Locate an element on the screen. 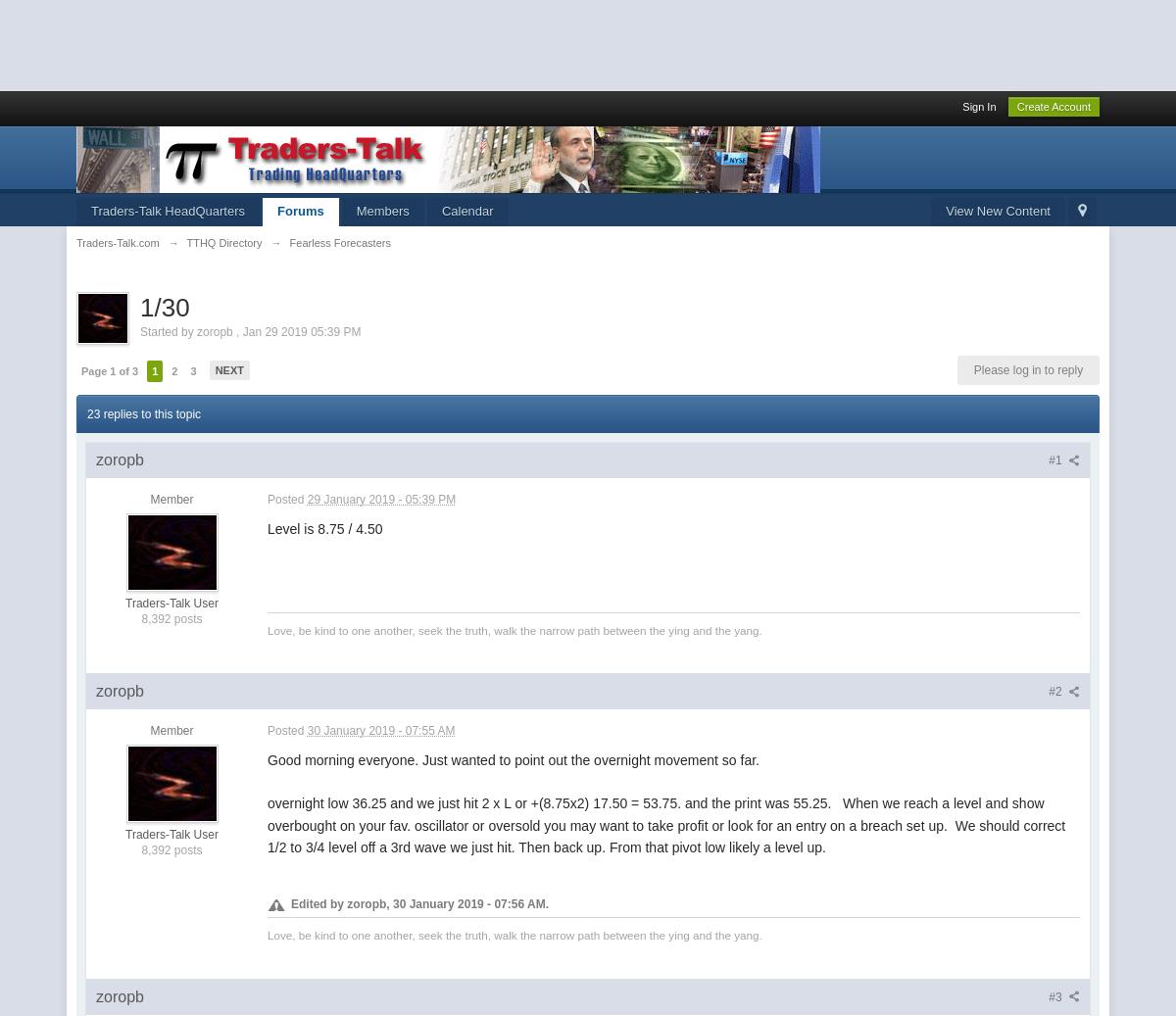 Image resolution: width=1176 pixels, height=1016 pixels. '30 January 2019 - 07:55 AM' is located at coordinates (306, 731).